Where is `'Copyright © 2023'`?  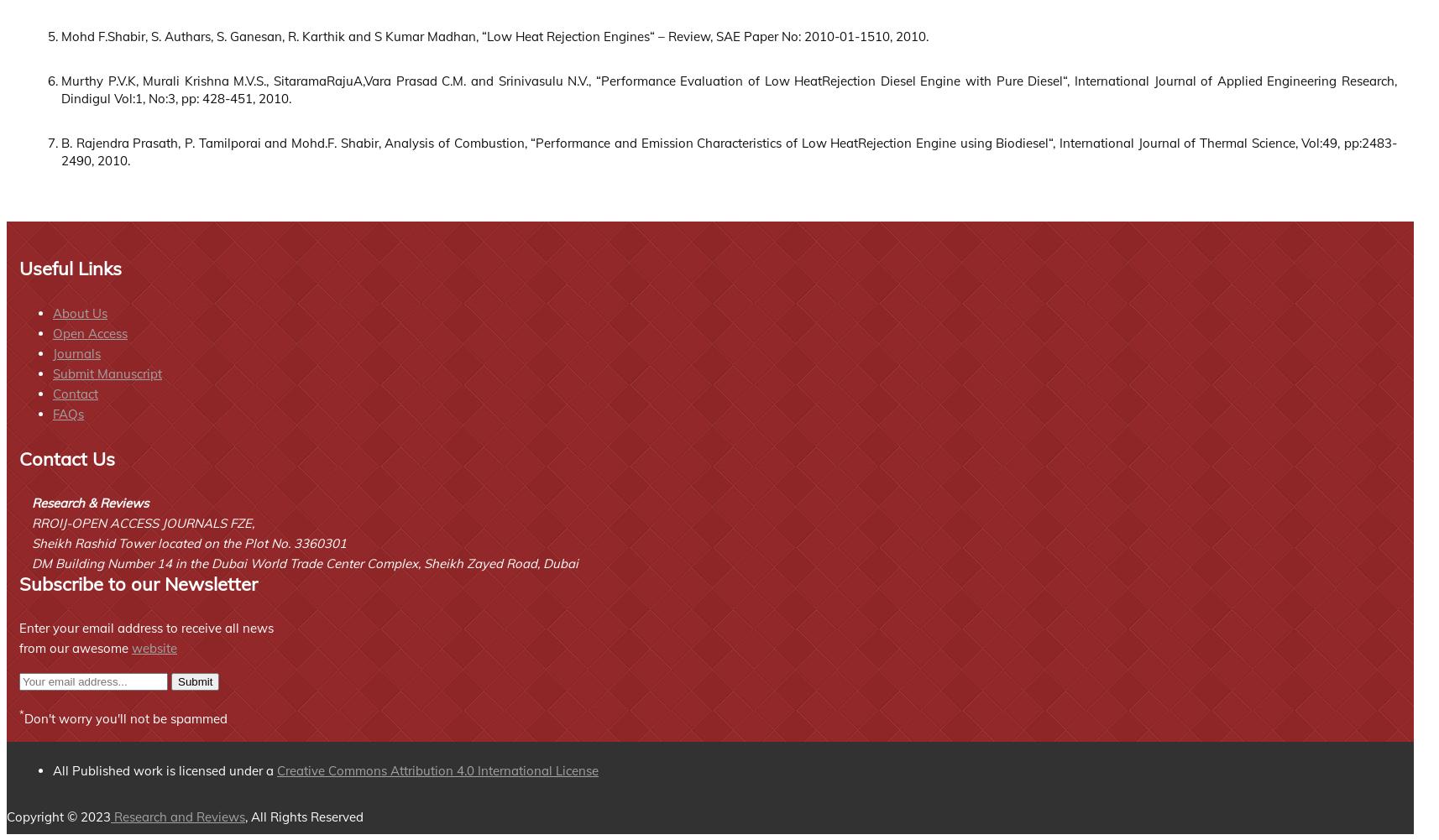
'Copyright © 2023' is located at coordinates (57, 816).